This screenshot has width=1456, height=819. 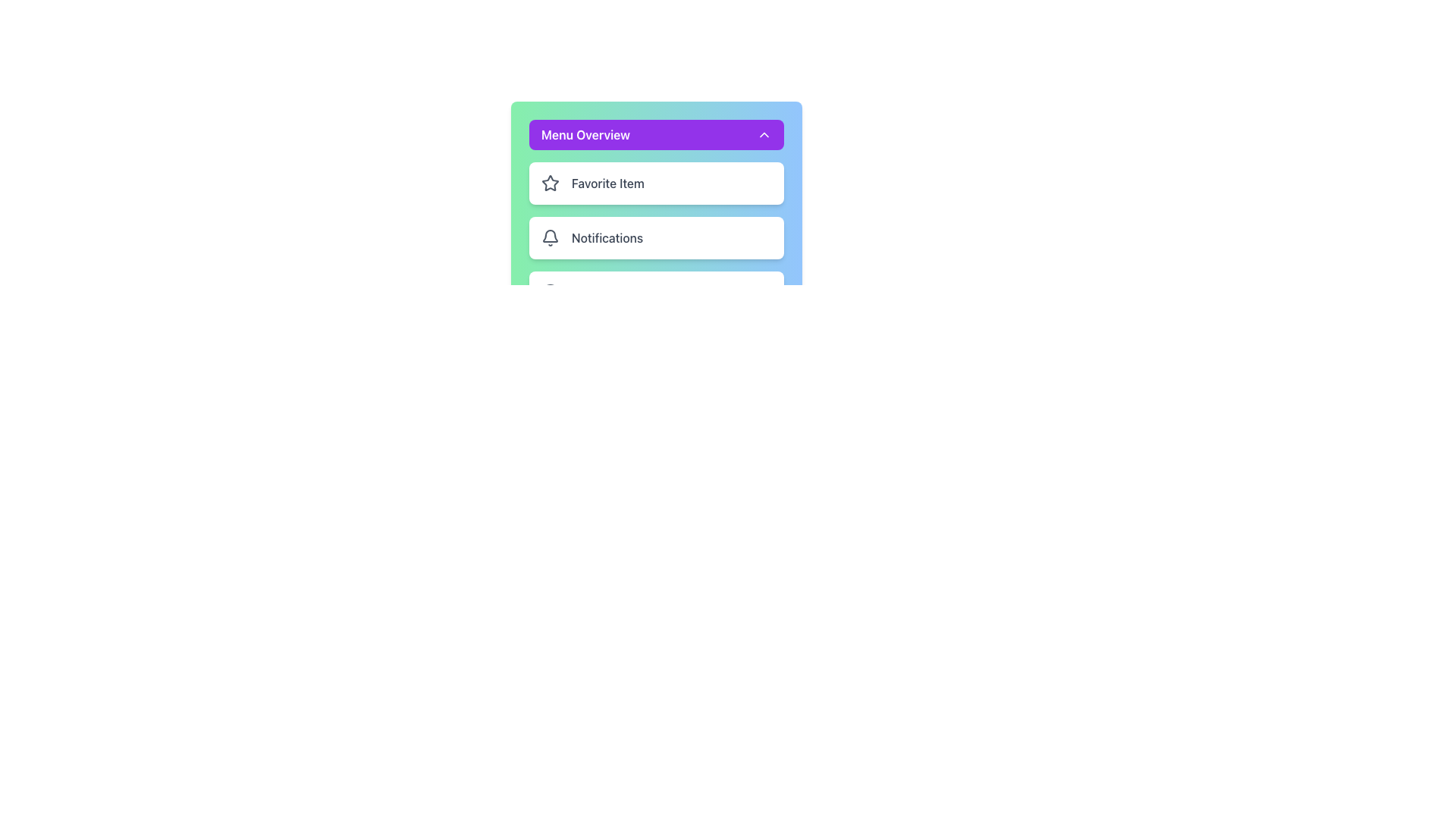 What do you see at coordinates (656, 183) in the screenshot?
I see `the 'Favorite Item' card, which is the first item among three similar elements in the top left area of its group` at bounding box center [656, 183].